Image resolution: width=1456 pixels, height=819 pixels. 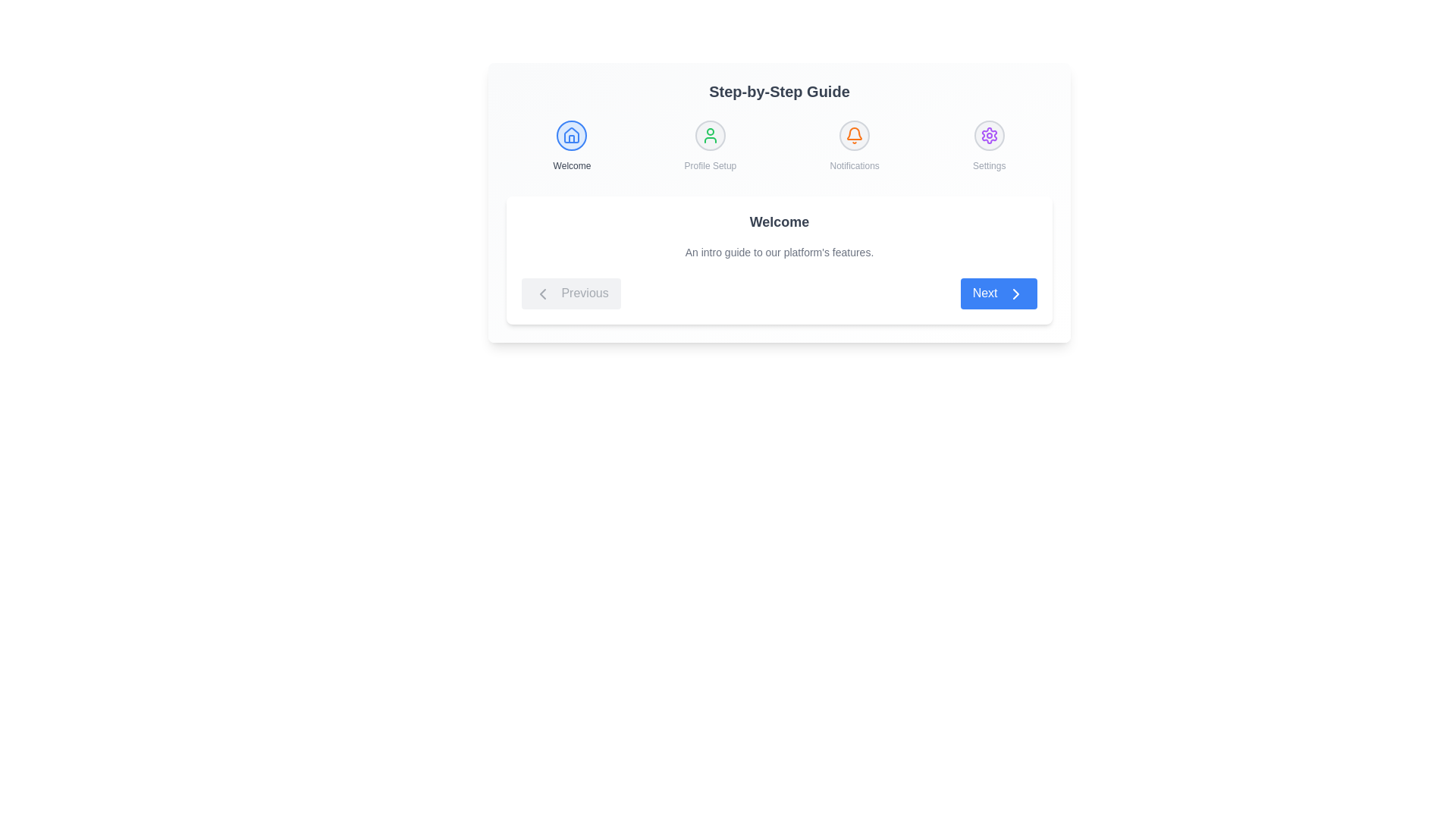 What do you see at coordinates (571, 146) in the screenshot?
I see `the Navigation button labeled 'Welcome', which features a circular icon with a blue border and a house symbol, located at the top-left section of the 'Step-by-Step Guide.'` at bounding box center [571, 146].